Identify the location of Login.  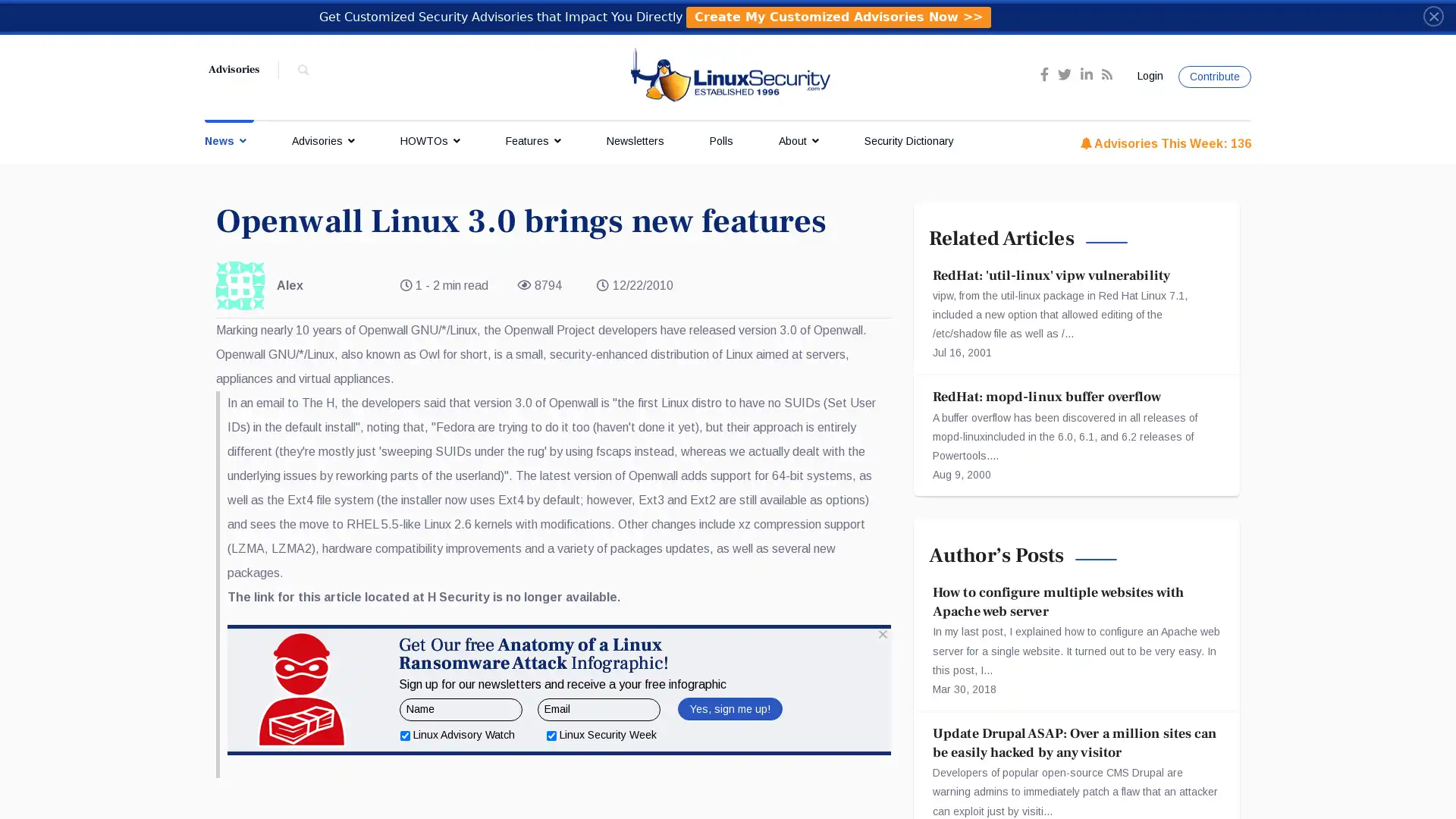
(1147, 76).